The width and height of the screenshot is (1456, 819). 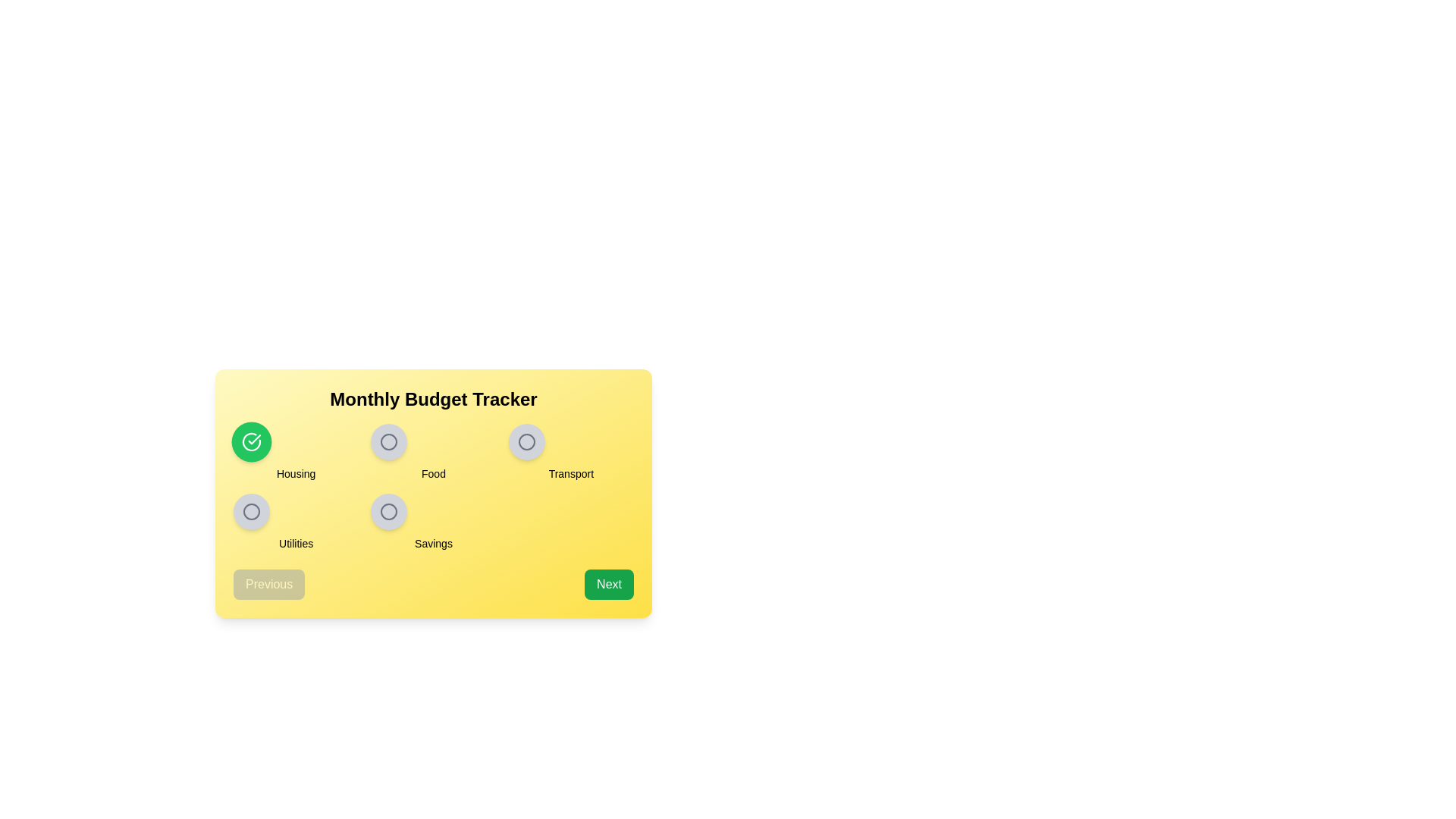 I want to click on the selection indicator button for the 'Housing' category in the budget tracker interface, located in the top row of the grid and directly above the text 'Housing', so click(x=251, y=441).